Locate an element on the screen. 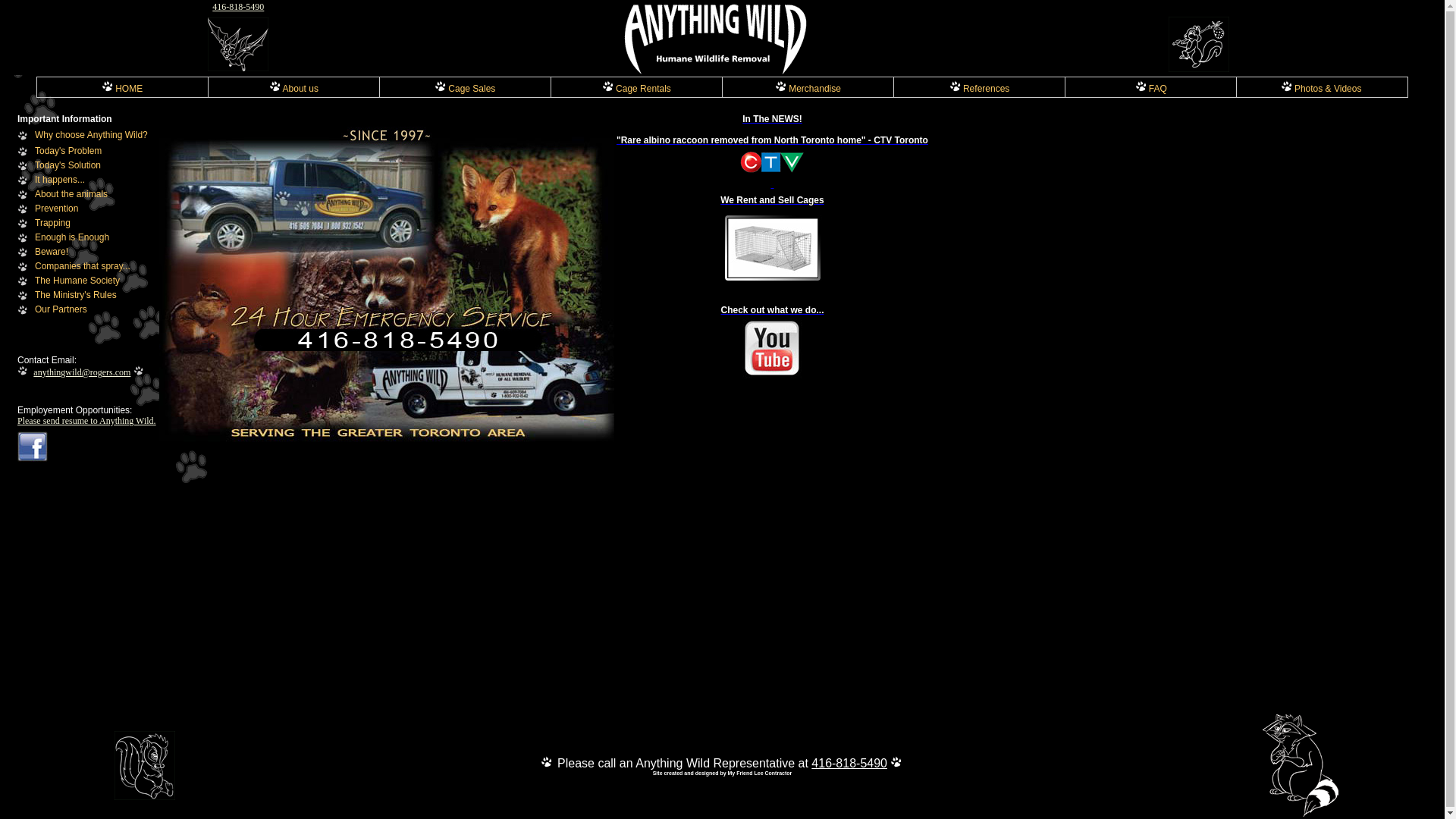 The height and width of the screenshot is (819, 1456). 'Photos & Videos' is located at coordinates (1320, 88).